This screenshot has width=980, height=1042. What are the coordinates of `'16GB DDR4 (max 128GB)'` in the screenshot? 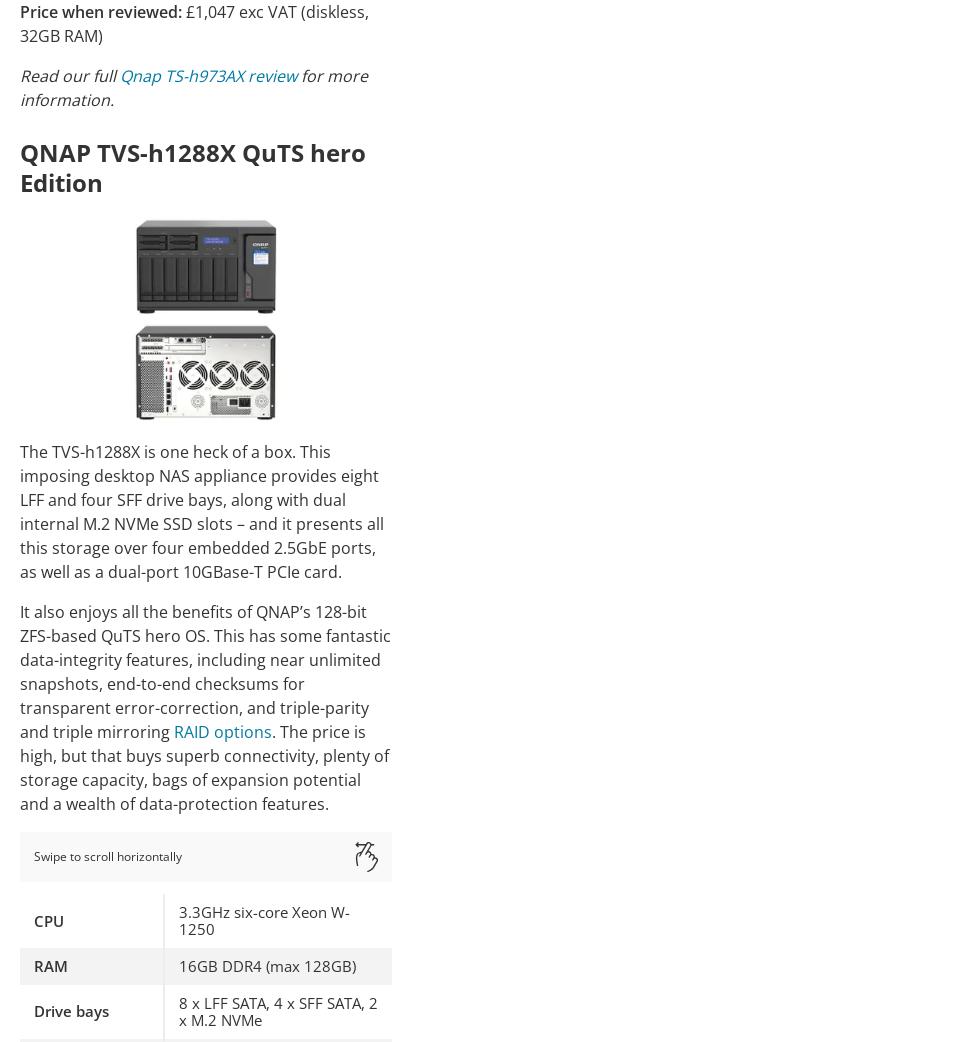 It's located at (179, 964).